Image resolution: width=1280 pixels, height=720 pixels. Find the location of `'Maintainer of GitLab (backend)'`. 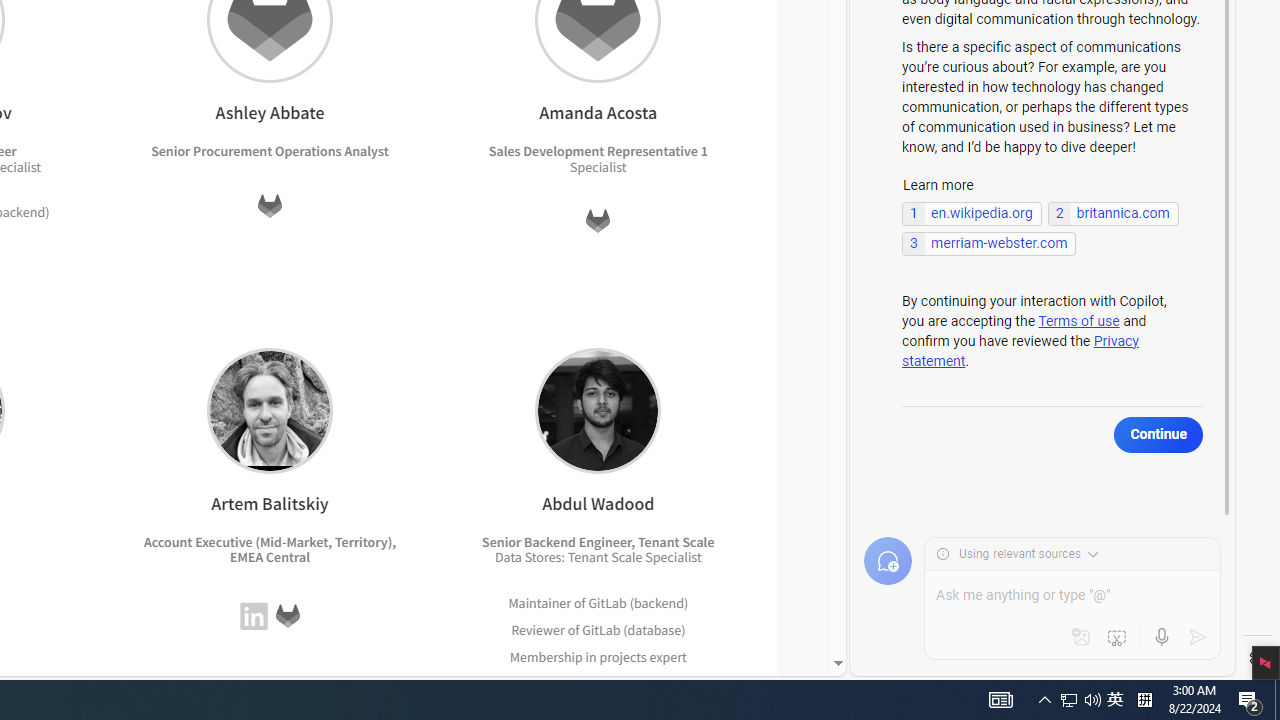

'Maintainer of GitLab (backend)' is located at coordinates (597, 601).